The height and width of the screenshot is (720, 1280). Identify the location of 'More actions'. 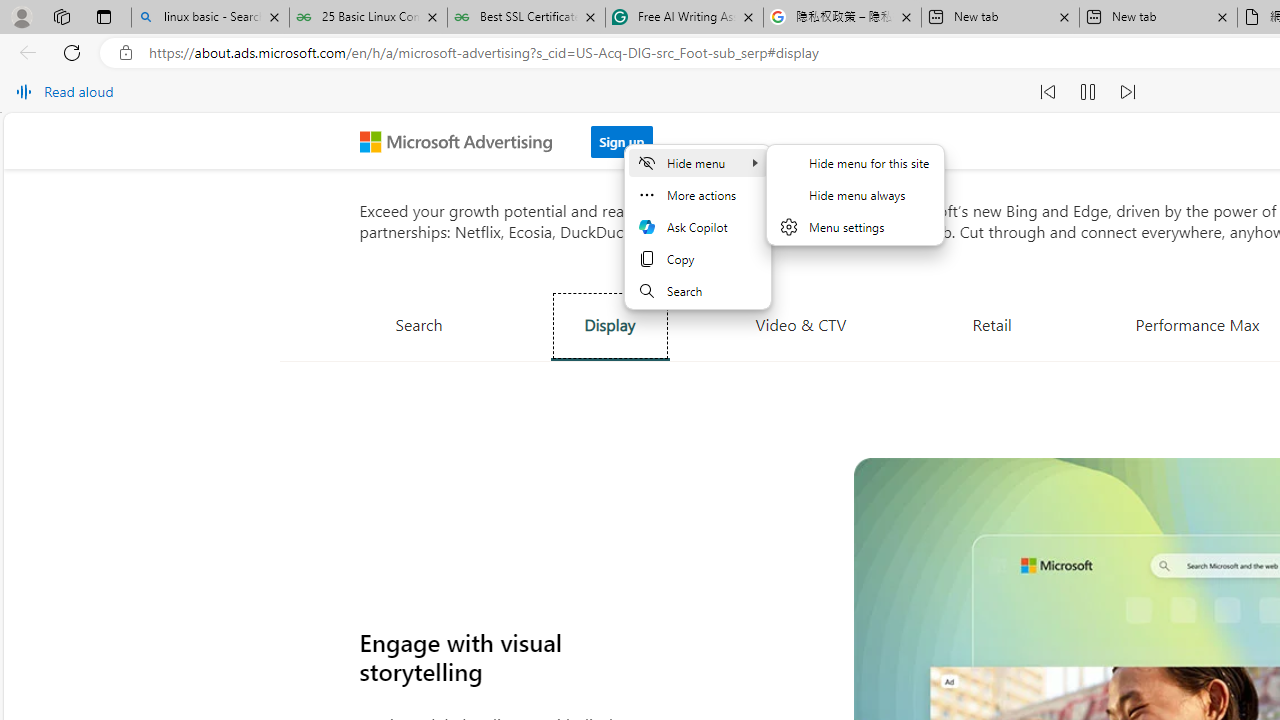
(697, 195).